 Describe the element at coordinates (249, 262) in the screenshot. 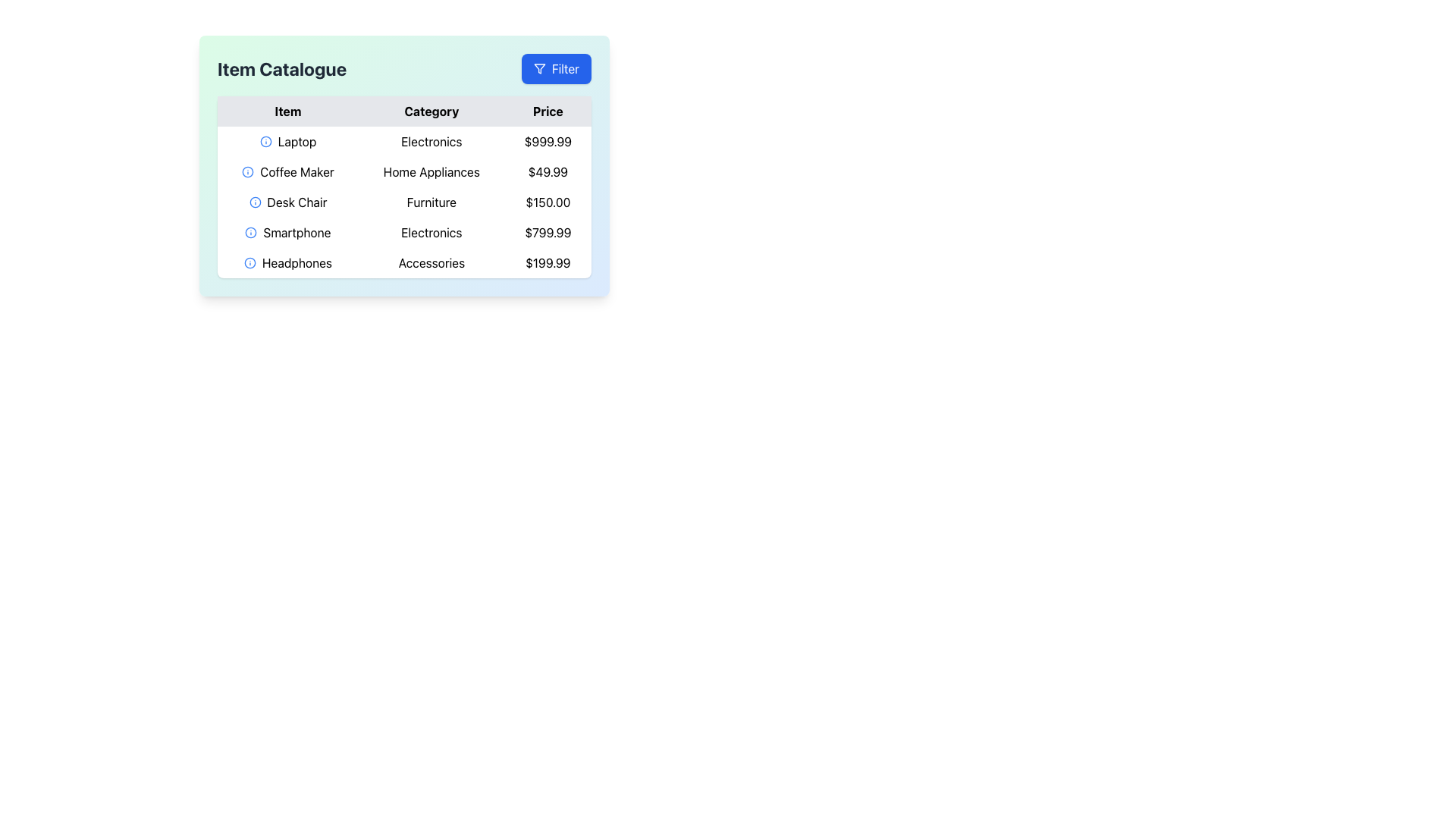

I see `the information icon located in the last row of the 'Item' column next to 'Headphones'` at that location.